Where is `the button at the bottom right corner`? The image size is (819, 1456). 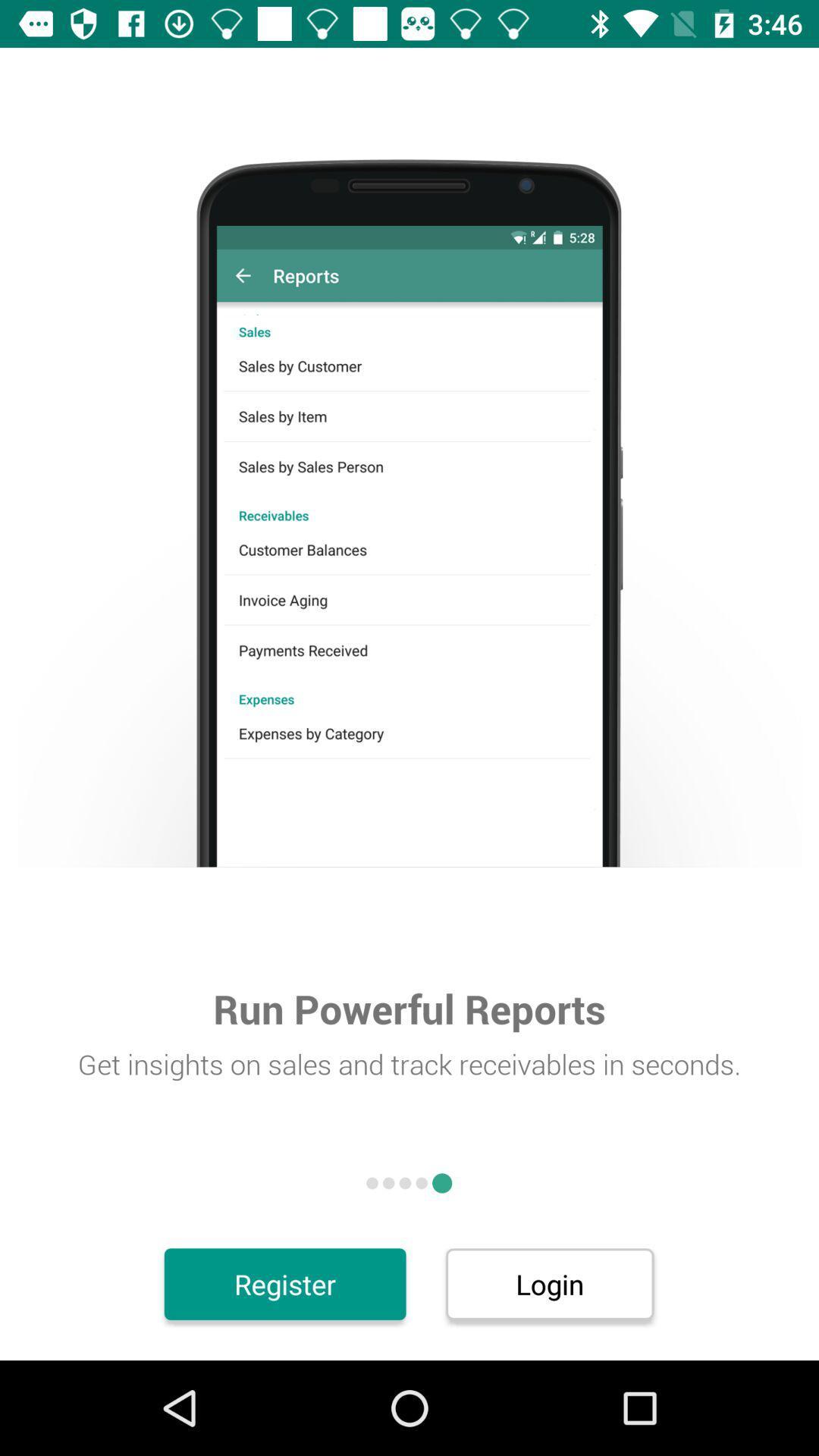 the button at the bottom right corner is located at coordinates (550, 1283).